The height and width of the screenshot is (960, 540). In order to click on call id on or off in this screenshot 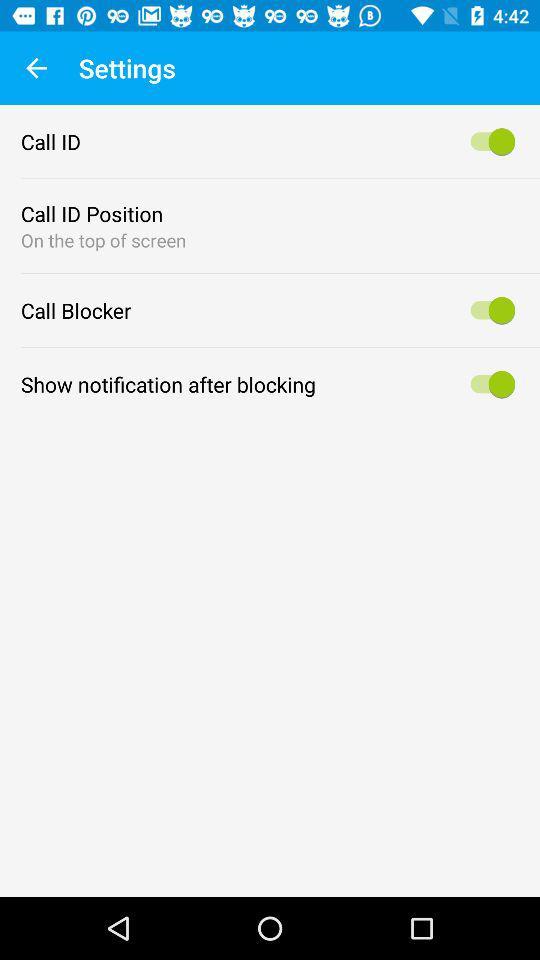, I will do `click(488, 140)`.